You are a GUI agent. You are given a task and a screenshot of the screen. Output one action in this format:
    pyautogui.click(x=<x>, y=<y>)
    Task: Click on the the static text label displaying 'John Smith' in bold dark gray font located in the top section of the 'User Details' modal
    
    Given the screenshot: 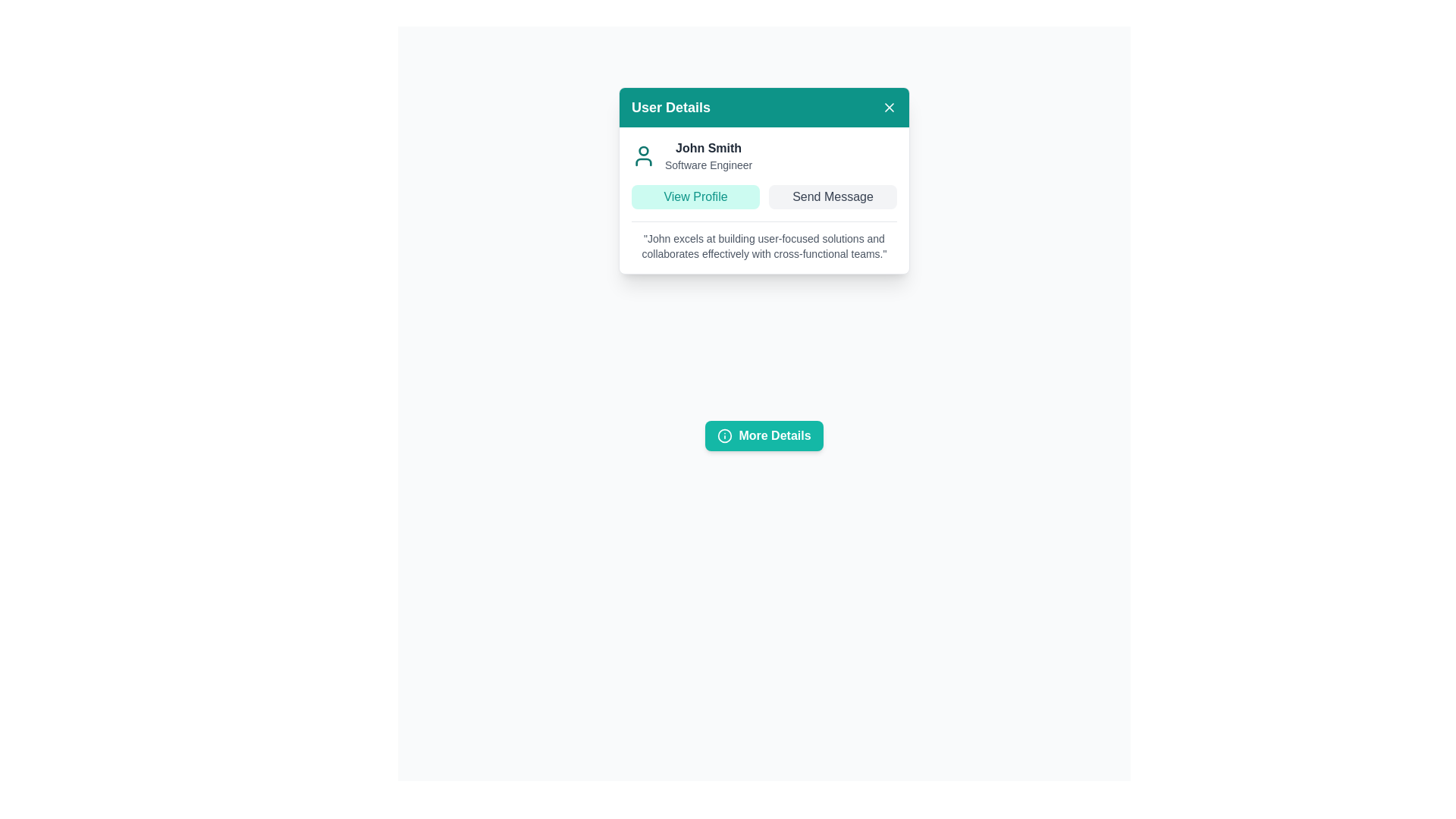 What is the action you would take?
    pyautogui.click(x=708, y=149)
    